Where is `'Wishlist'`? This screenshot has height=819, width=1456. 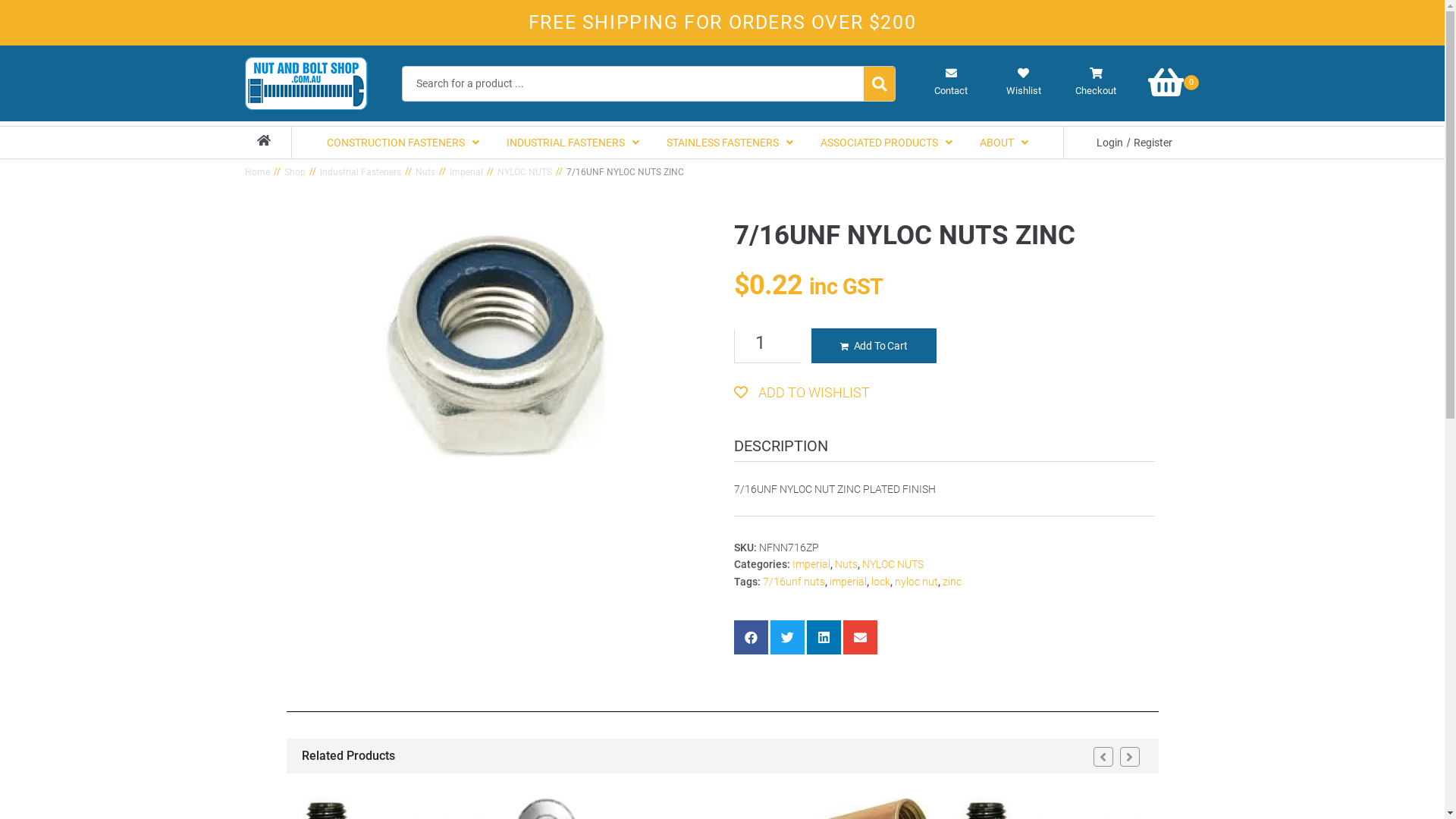
'Wishlist' is located at coordinates (1023, 82).